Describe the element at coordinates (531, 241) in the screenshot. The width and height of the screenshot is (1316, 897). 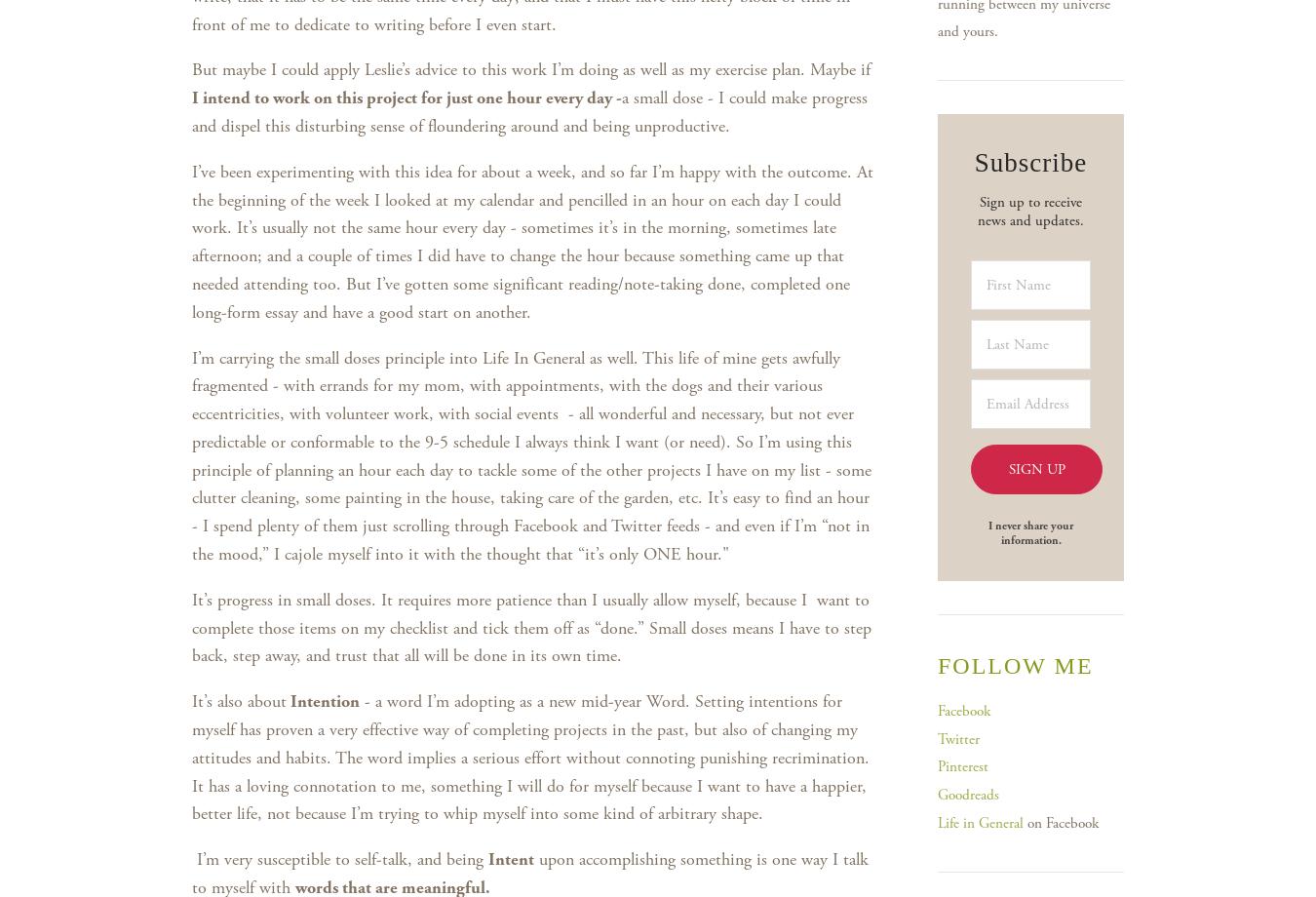
I see `'I’ve been experimenting with this idea for about a week, and so far I’m happy with the outcome. At the beginning of the week I looked at my calendar and pencilled in an hour on each day I could work. It’s usually not the same hour every day - sometimes it’s in the morning, sometimes late afternoon; and a couple of times I did have to change the hour because something came up that needed attending too. But I’ve gotten some significant reading/note-taking done, completed one long-form essay and have a good start on another.'` at that location.